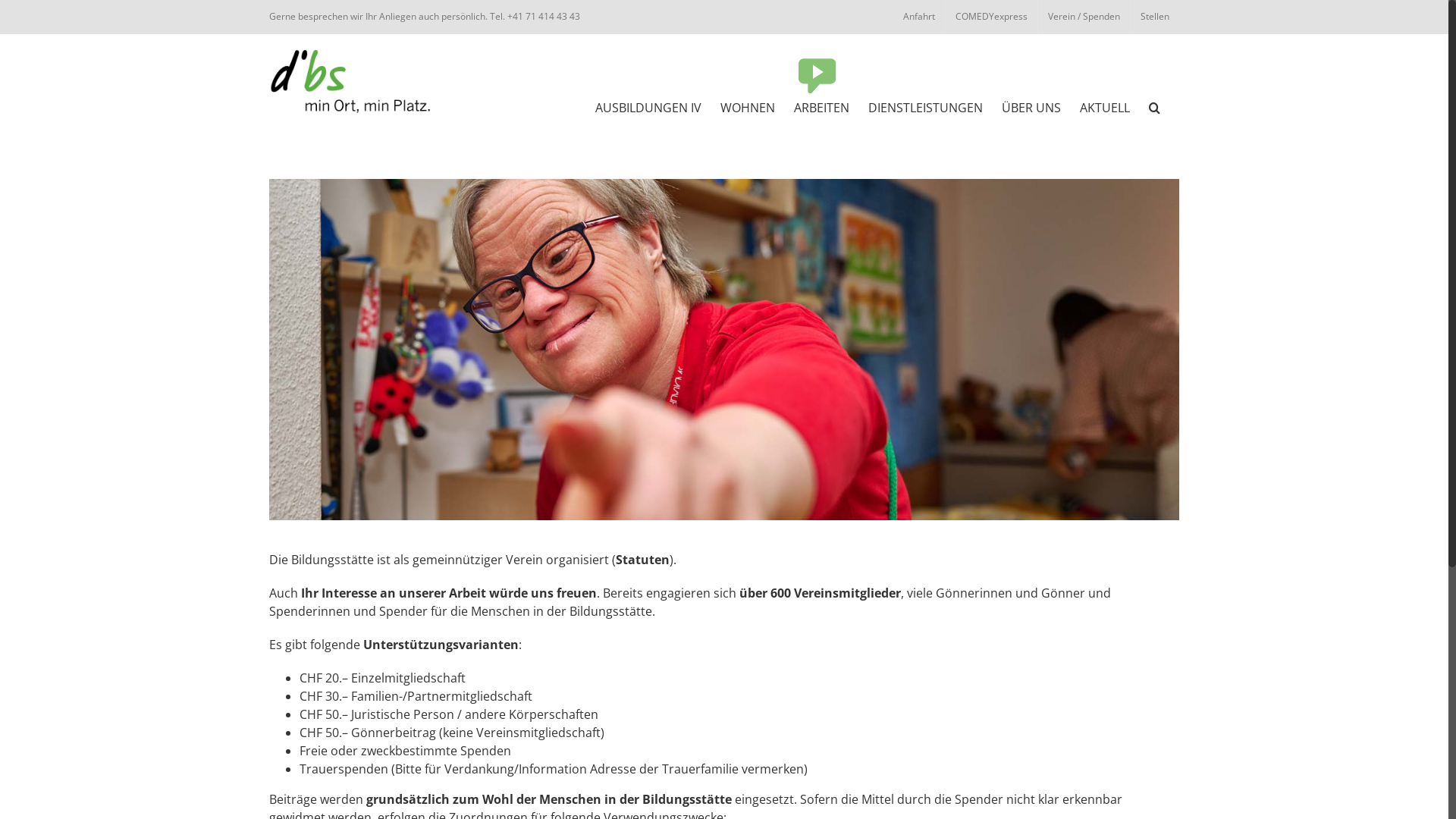  I want to click on 'ARBEITEN', so click(821, 105).